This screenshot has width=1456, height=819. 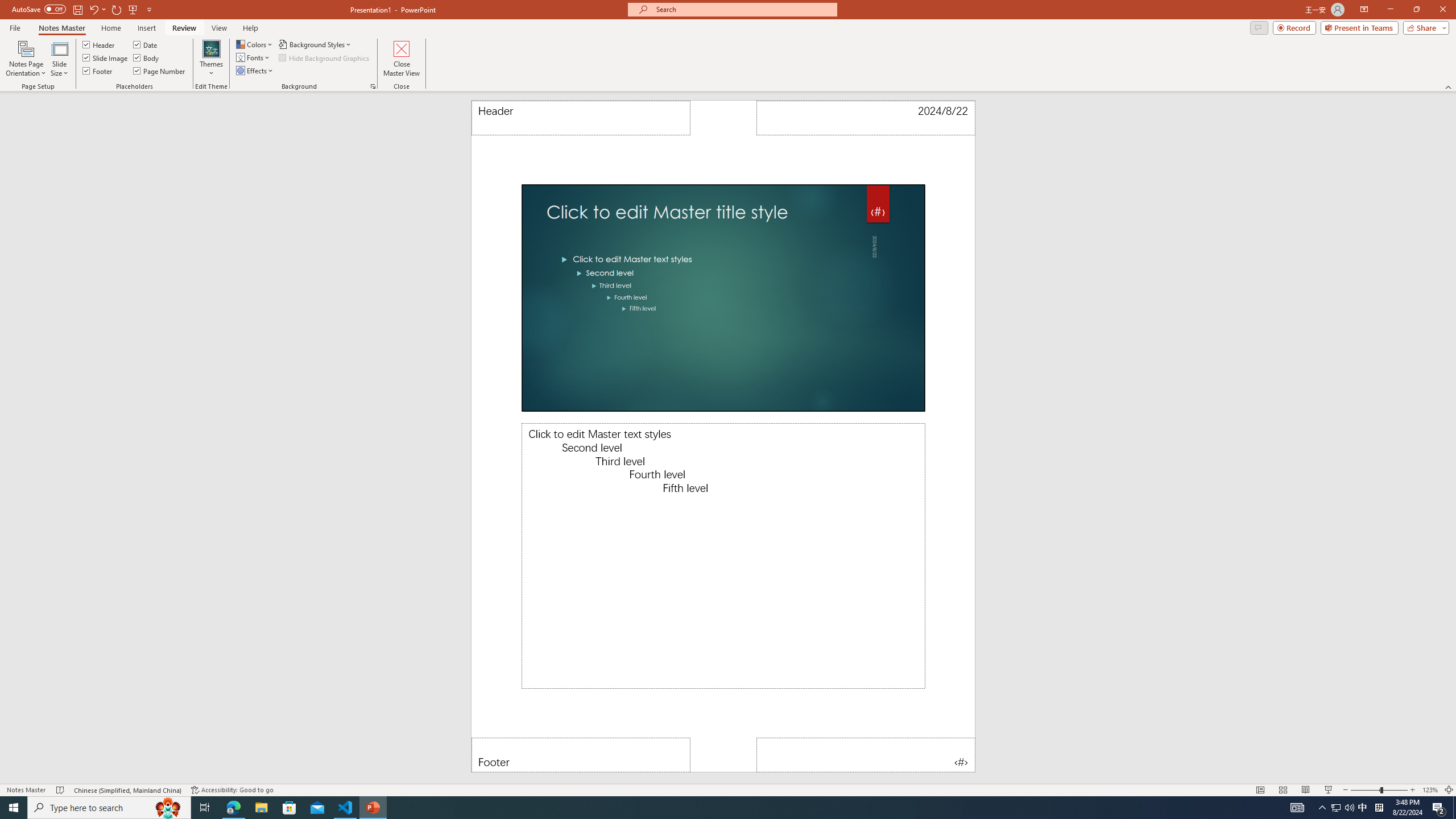 What do you see at coordinates (210, 59) in the screenshot?
I see `'Themes'` at bounding box center [210, 59].